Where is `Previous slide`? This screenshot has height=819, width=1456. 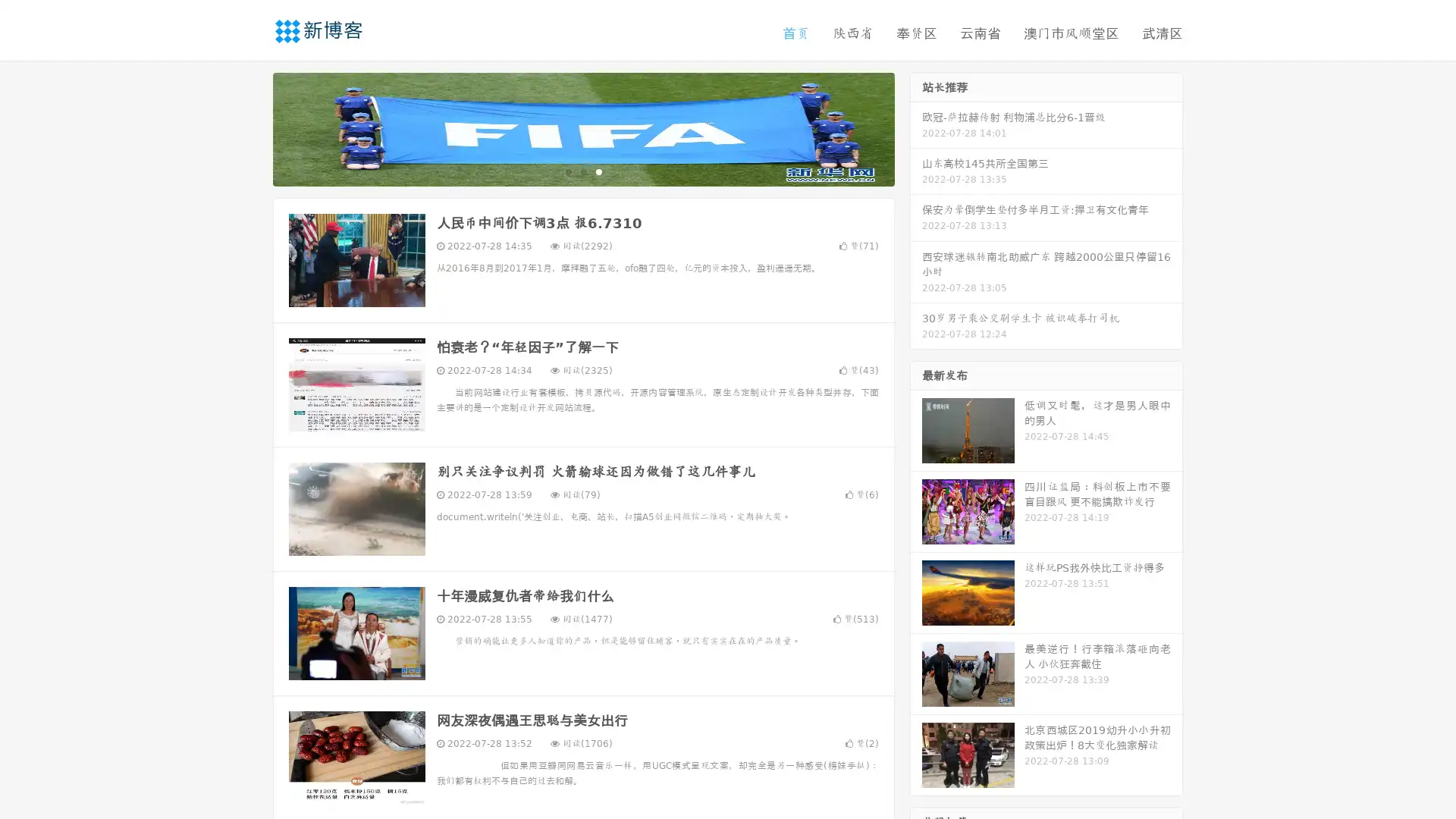
Previous slide is located at coordinates (250, 127).